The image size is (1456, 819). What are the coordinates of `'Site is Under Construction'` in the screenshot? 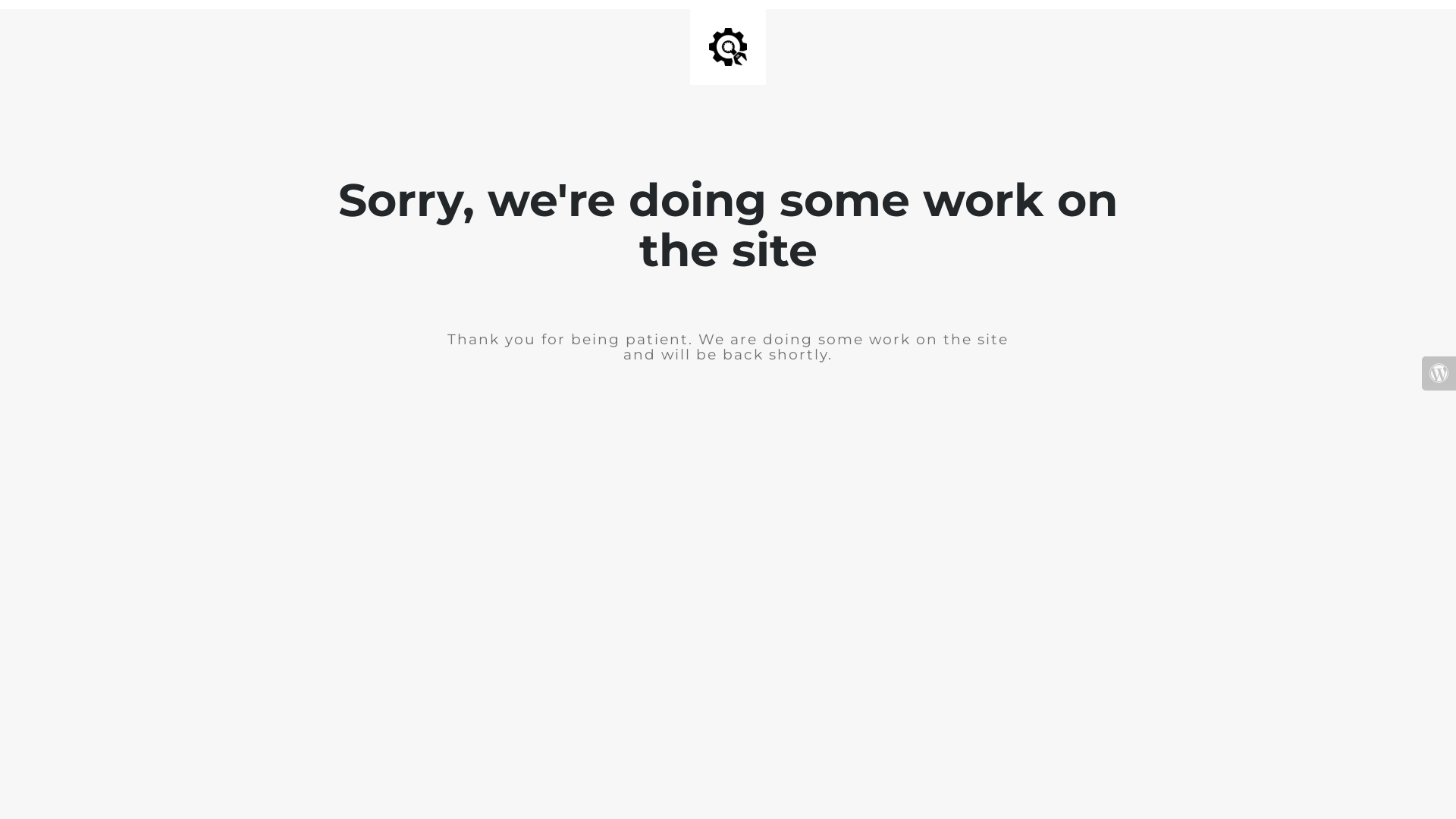 It's located at (728, 45).